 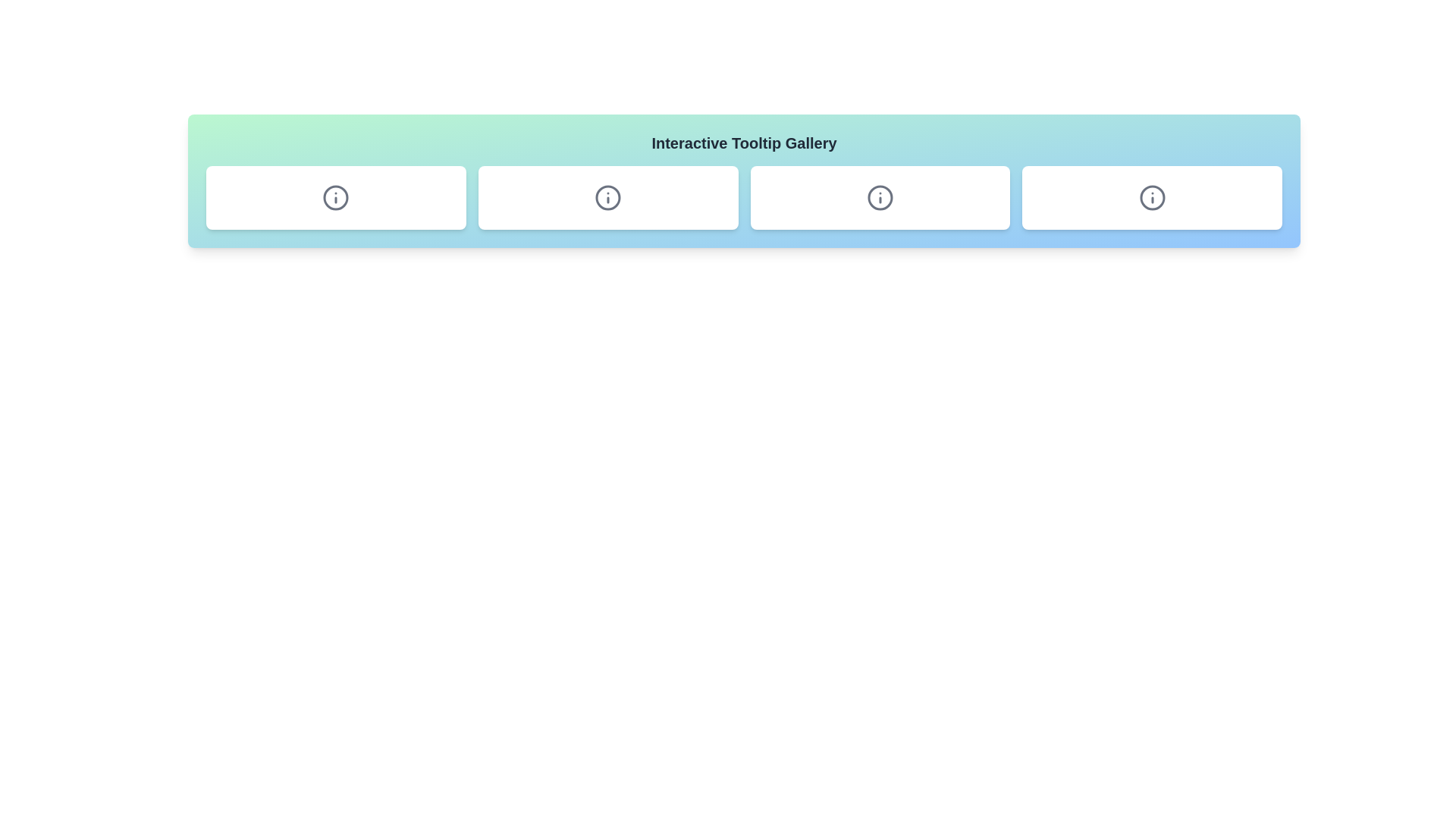 I want to click on the informational icon that is the third from the left in the 'Interactive Tooltip Gallery' layout, so click(x=880, y=197).